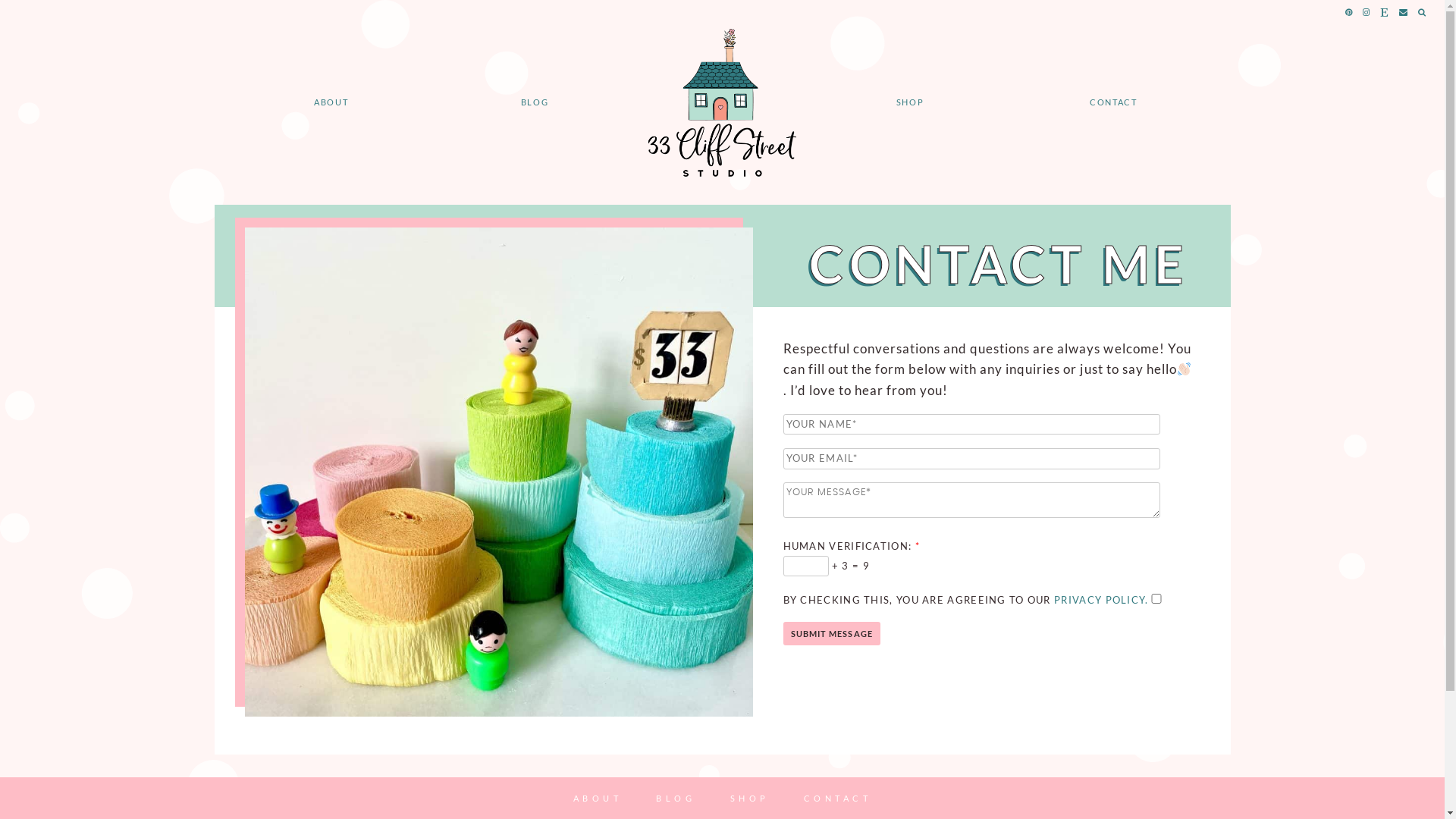  What do you see at coordinates (597, 797) in the screenshot?
I see `'ABOUT'` at bounding box center [597, 797].